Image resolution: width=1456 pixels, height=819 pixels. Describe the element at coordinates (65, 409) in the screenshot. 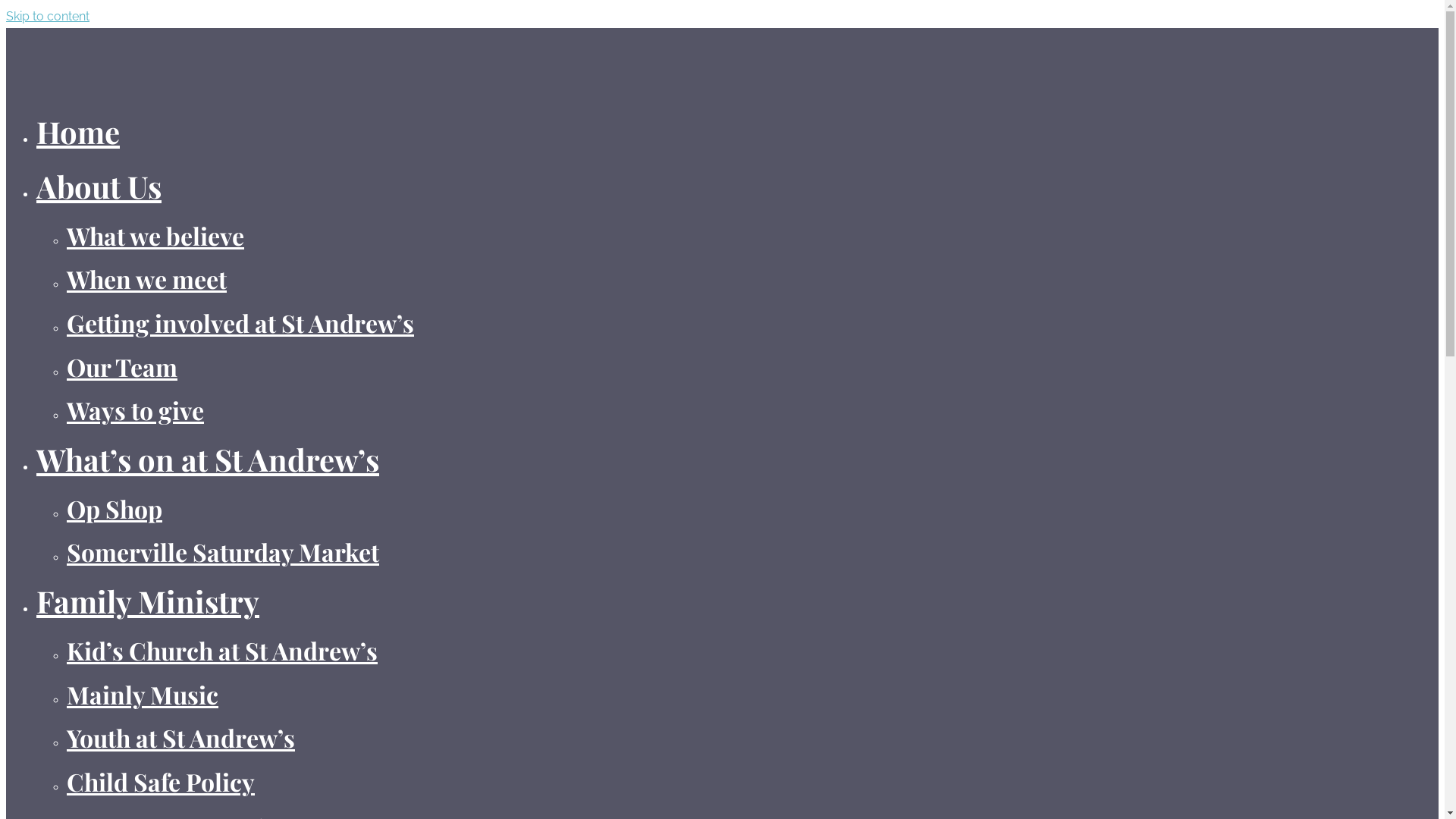

I see `'Ways to give'` at that location.